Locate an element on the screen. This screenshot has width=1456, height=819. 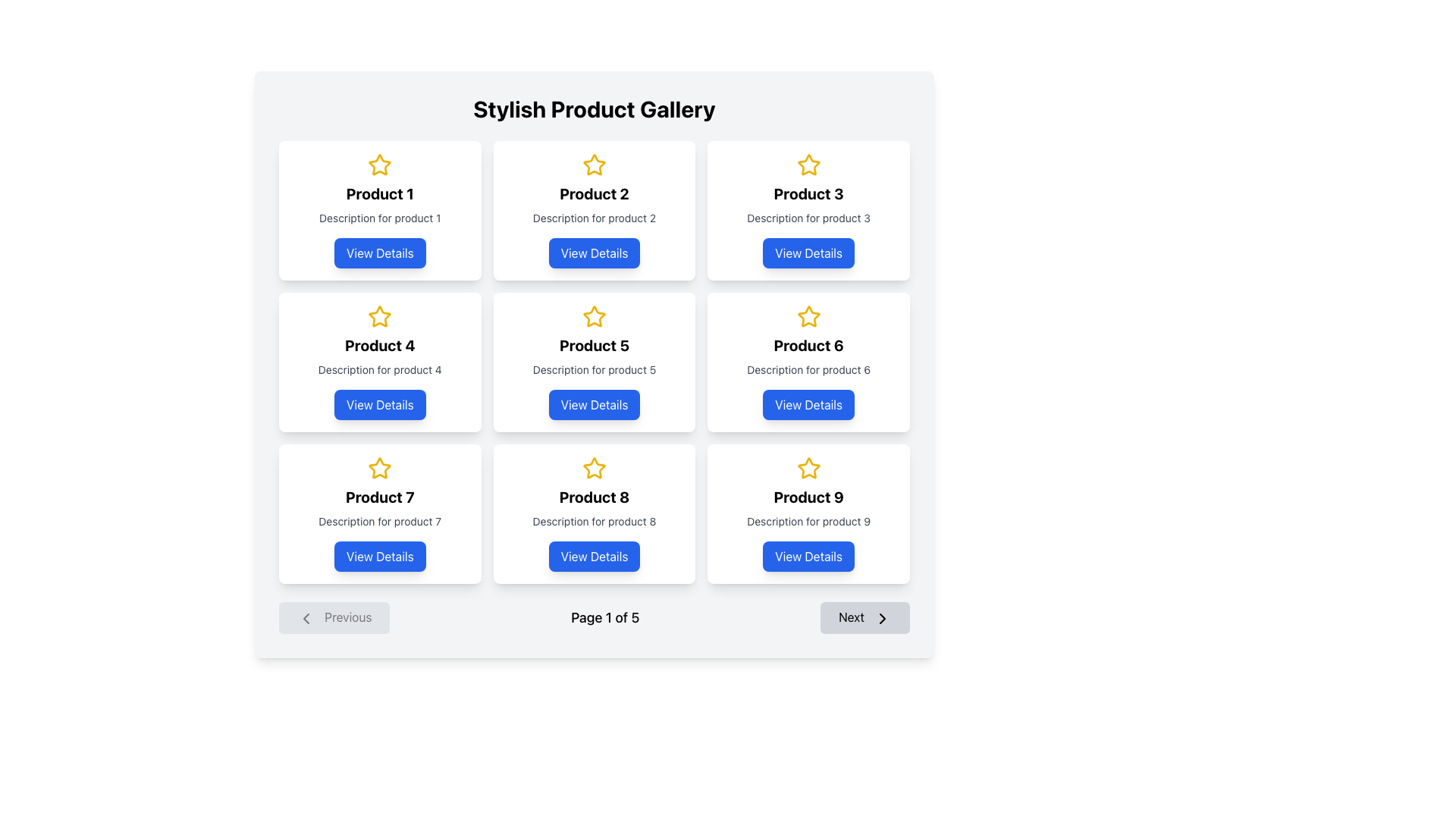
the static informational text providing a brief description of 'Product 6', located in the center column of the product gallery, third item in the second row is located at coordinates (808, 370).